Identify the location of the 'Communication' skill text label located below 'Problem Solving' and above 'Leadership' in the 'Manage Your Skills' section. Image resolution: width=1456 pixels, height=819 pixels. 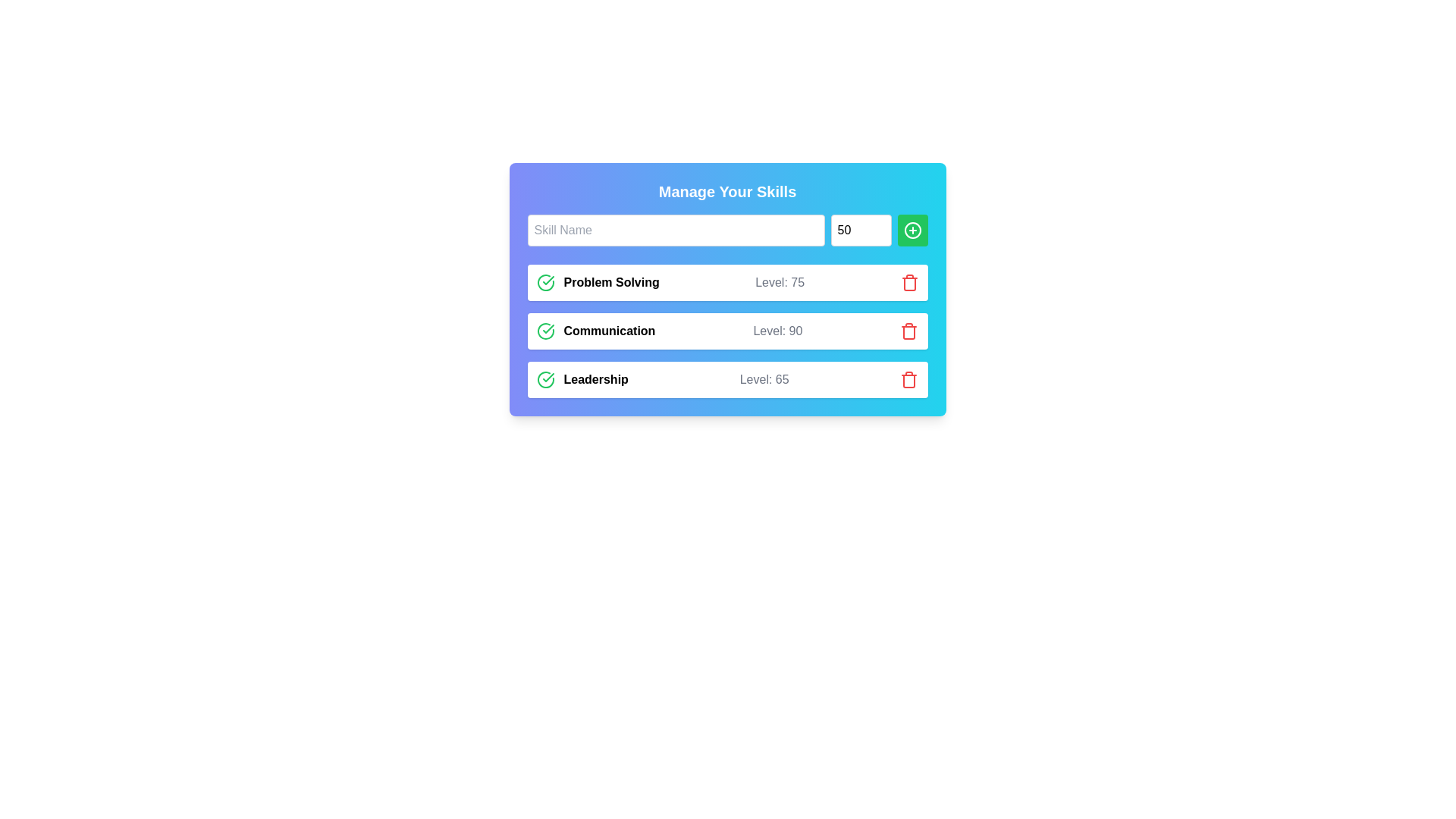
(595, 330).